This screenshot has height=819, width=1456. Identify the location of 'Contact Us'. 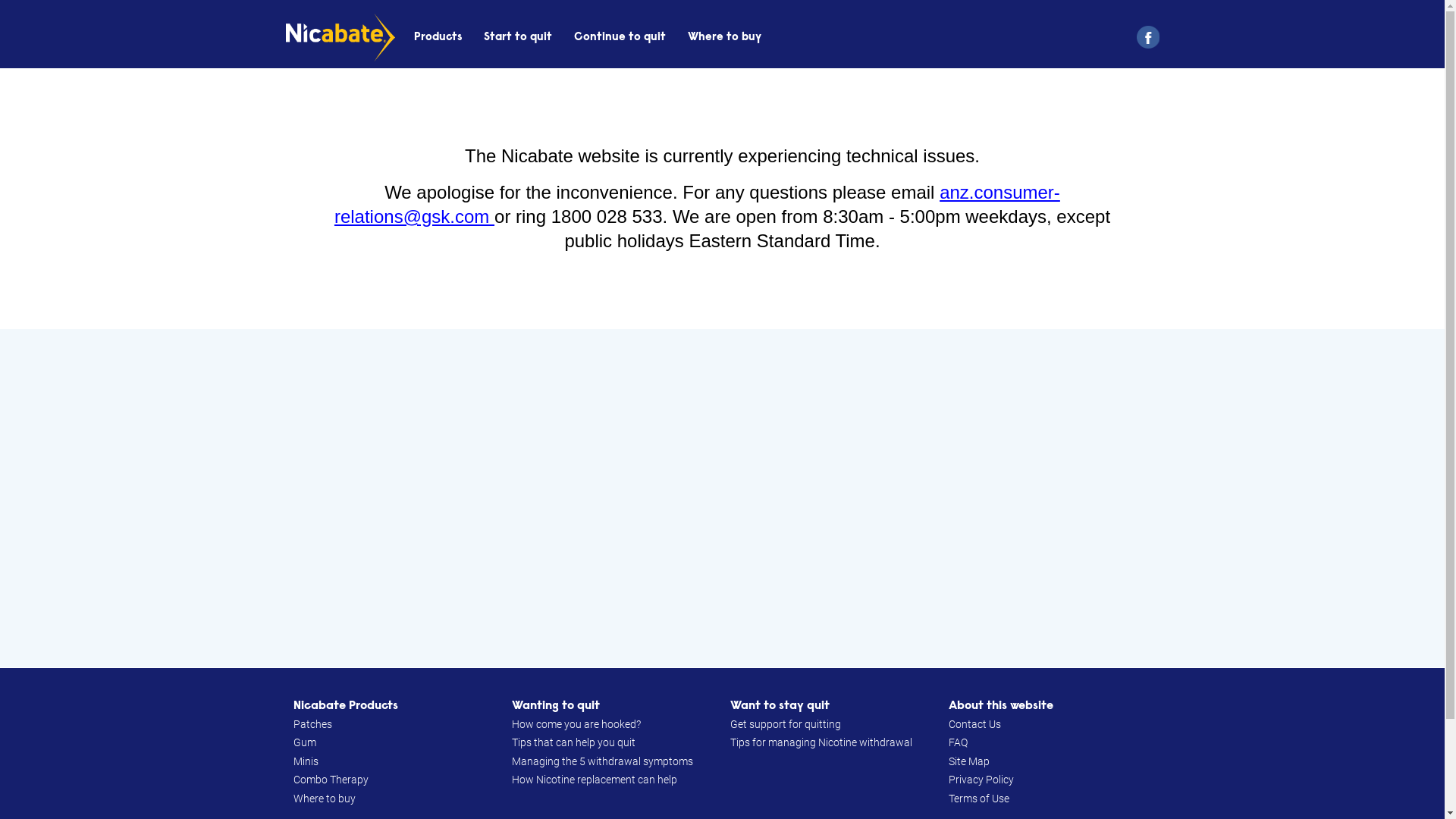
(974, 723).